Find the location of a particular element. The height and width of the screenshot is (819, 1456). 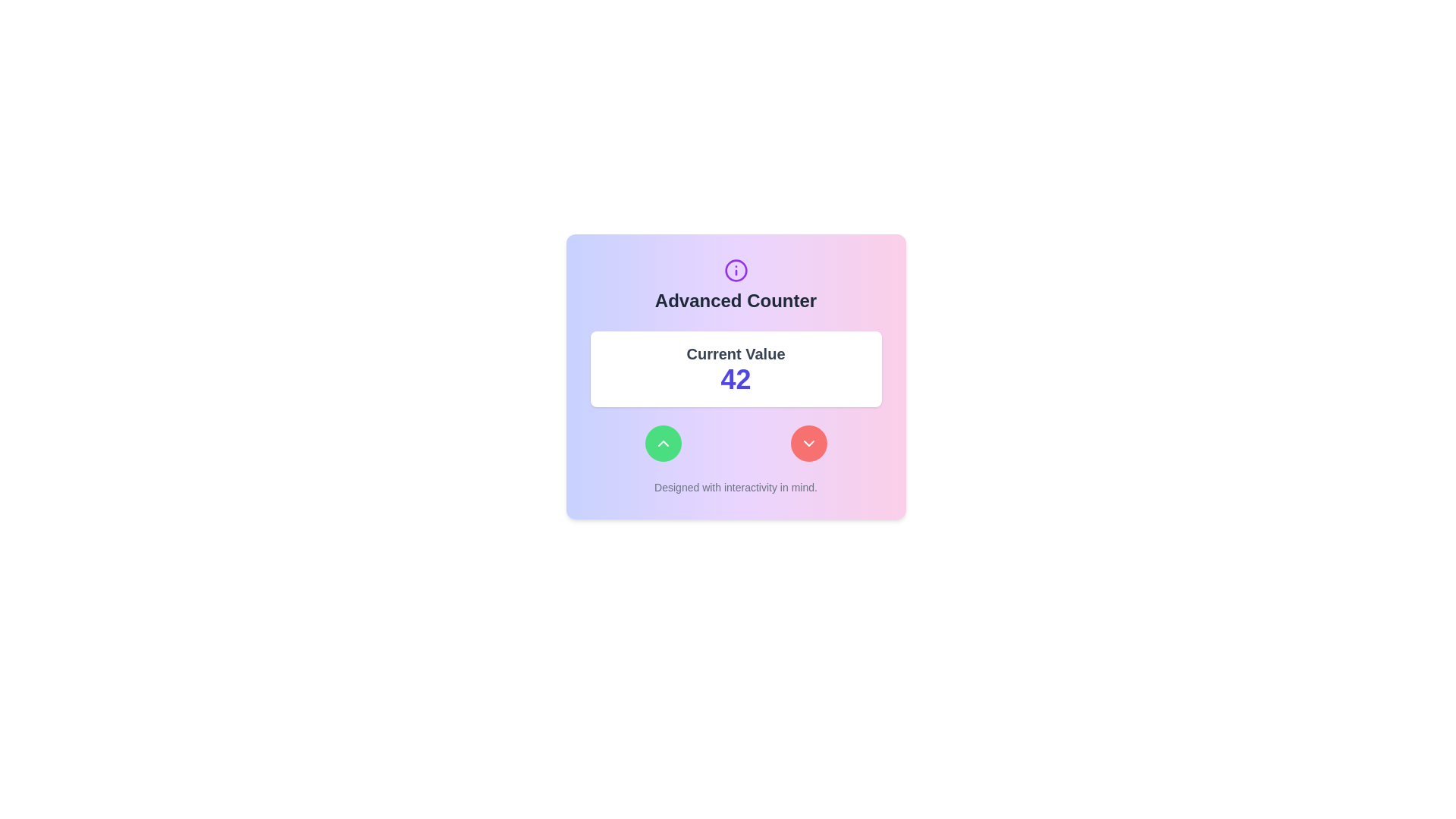

the downward-pointing chevron icon inside the red circular button located at the bottom-right section of the 'Advanced Counter' gradient card is located at coordinates (808, 444).